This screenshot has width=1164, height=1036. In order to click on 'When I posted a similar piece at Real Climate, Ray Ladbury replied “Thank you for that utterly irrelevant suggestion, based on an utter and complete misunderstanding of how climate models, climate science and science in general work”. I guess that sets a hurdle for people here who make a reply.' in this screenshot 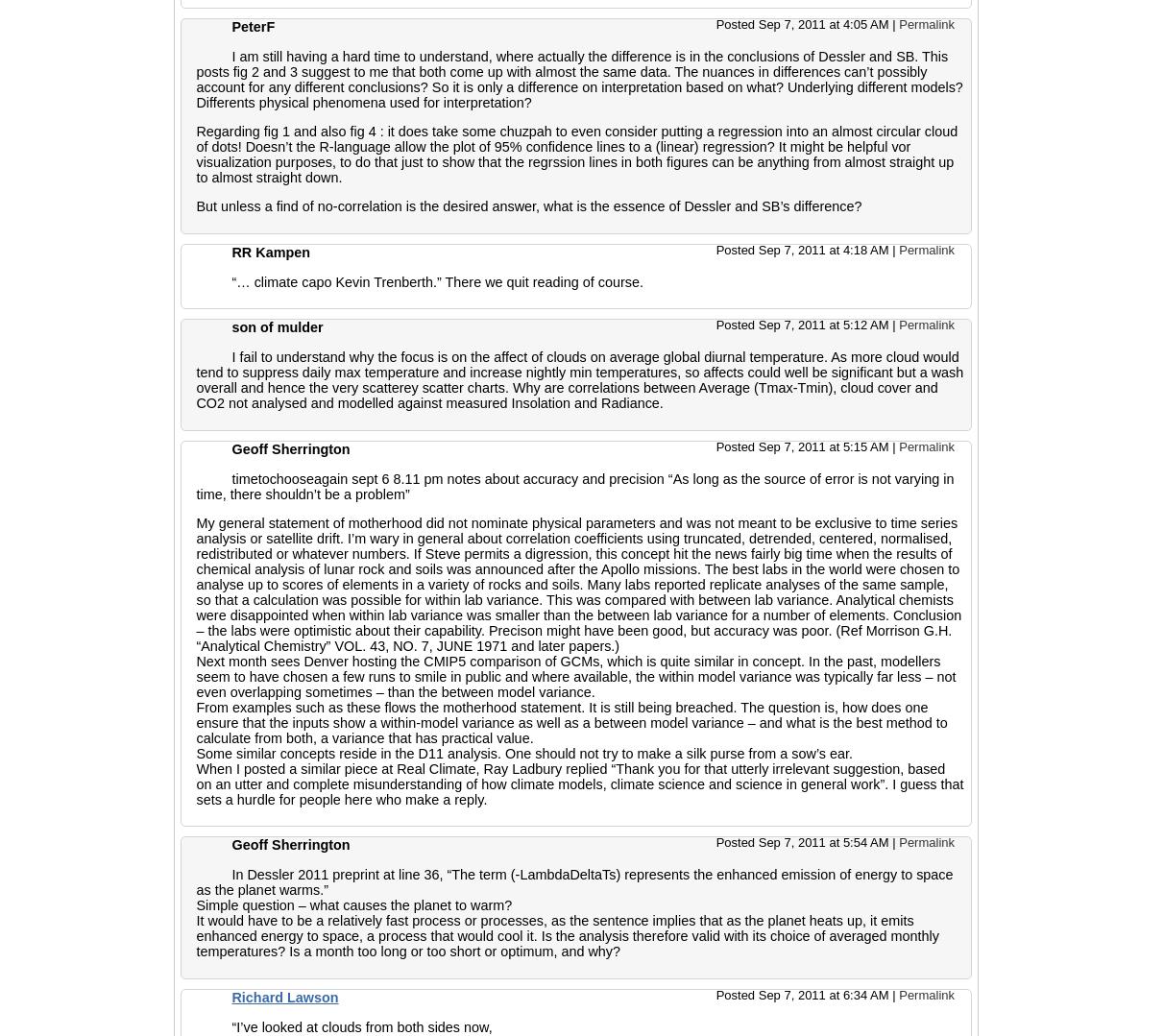, I will do `click(579, 783)`.